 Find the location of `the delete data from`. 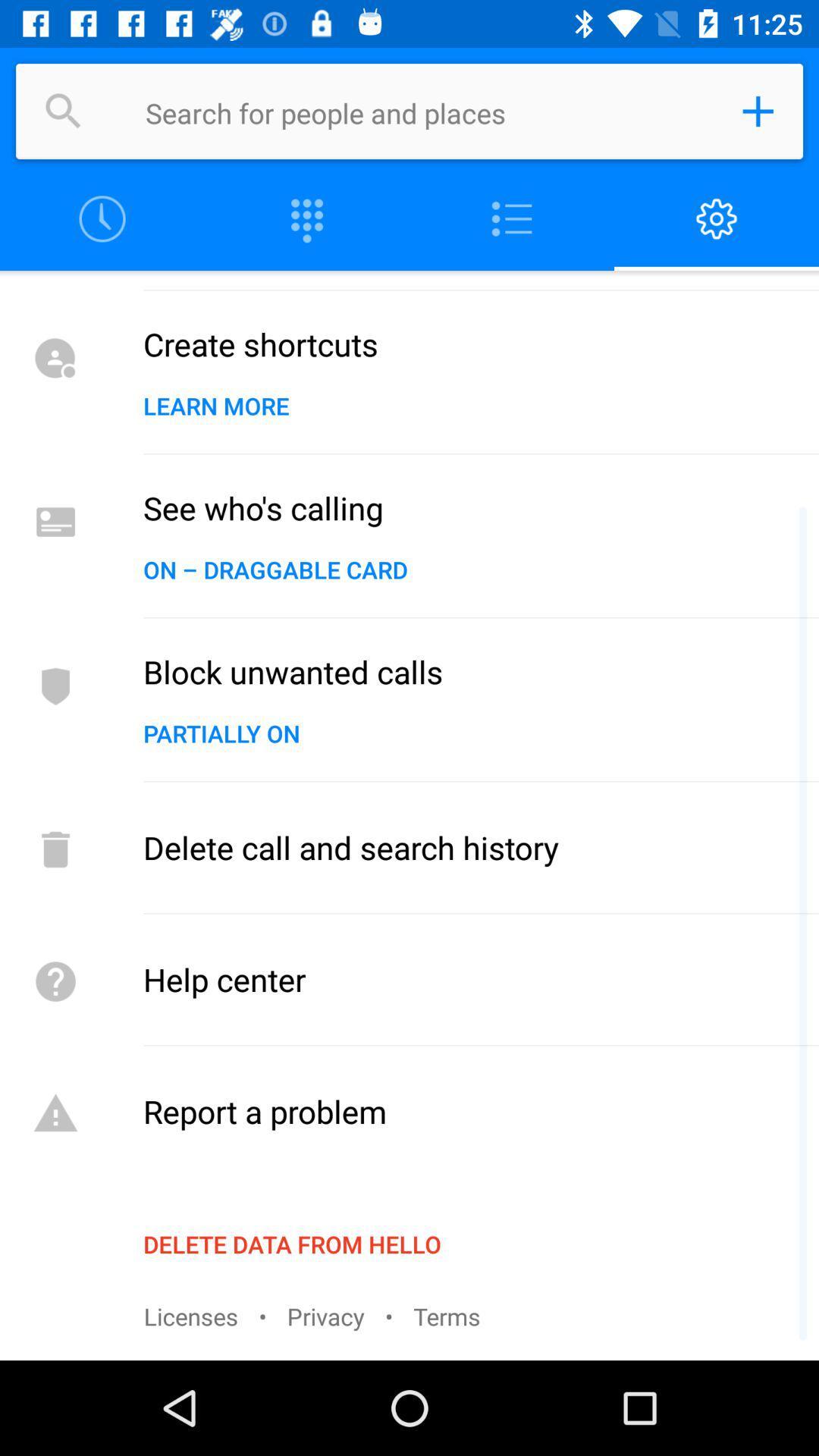

the delete data from is located at coordinates (292, 1244).